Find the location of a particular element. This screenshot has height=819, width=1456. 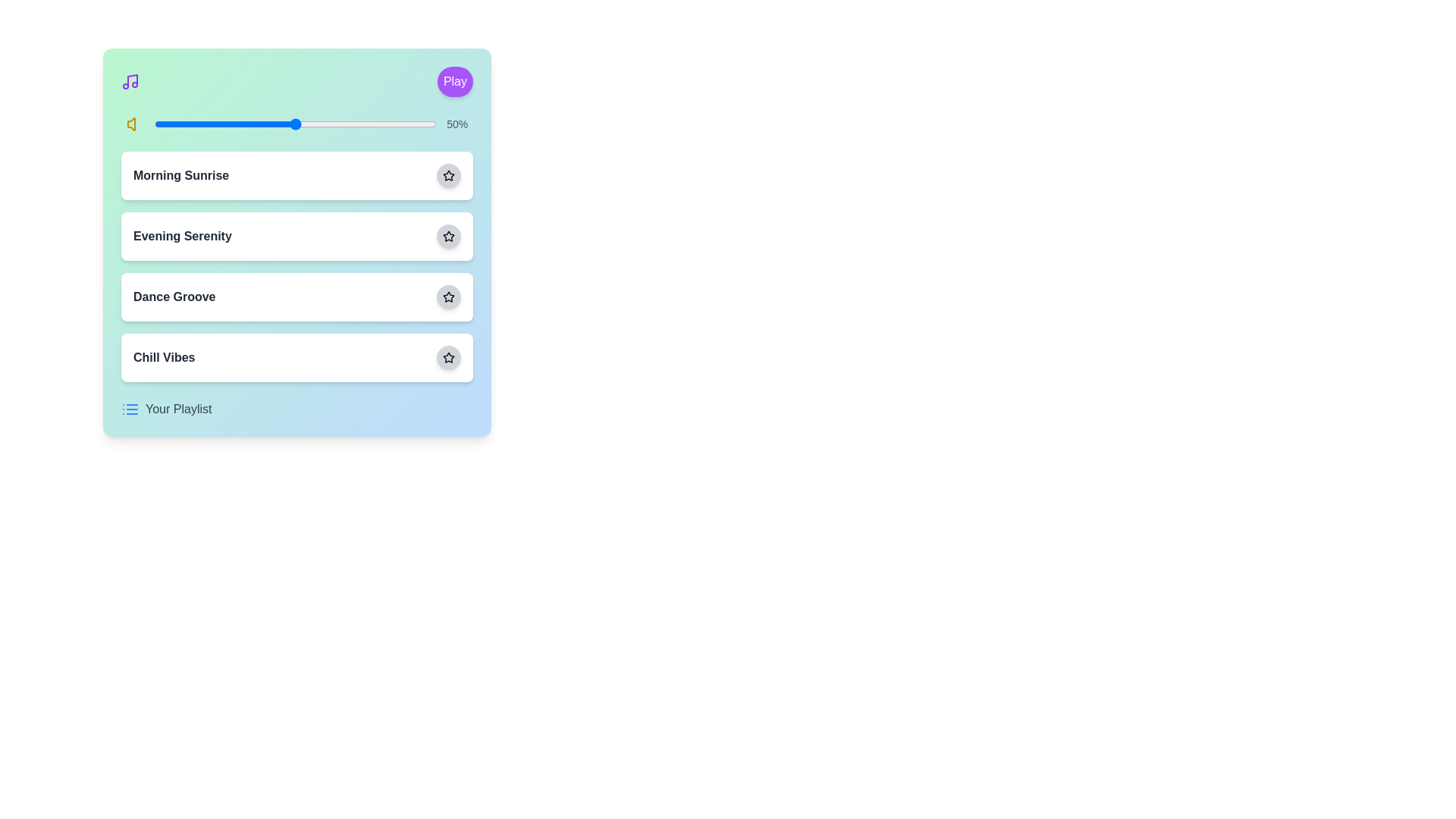

the slider is located at coordinates (408, 124).